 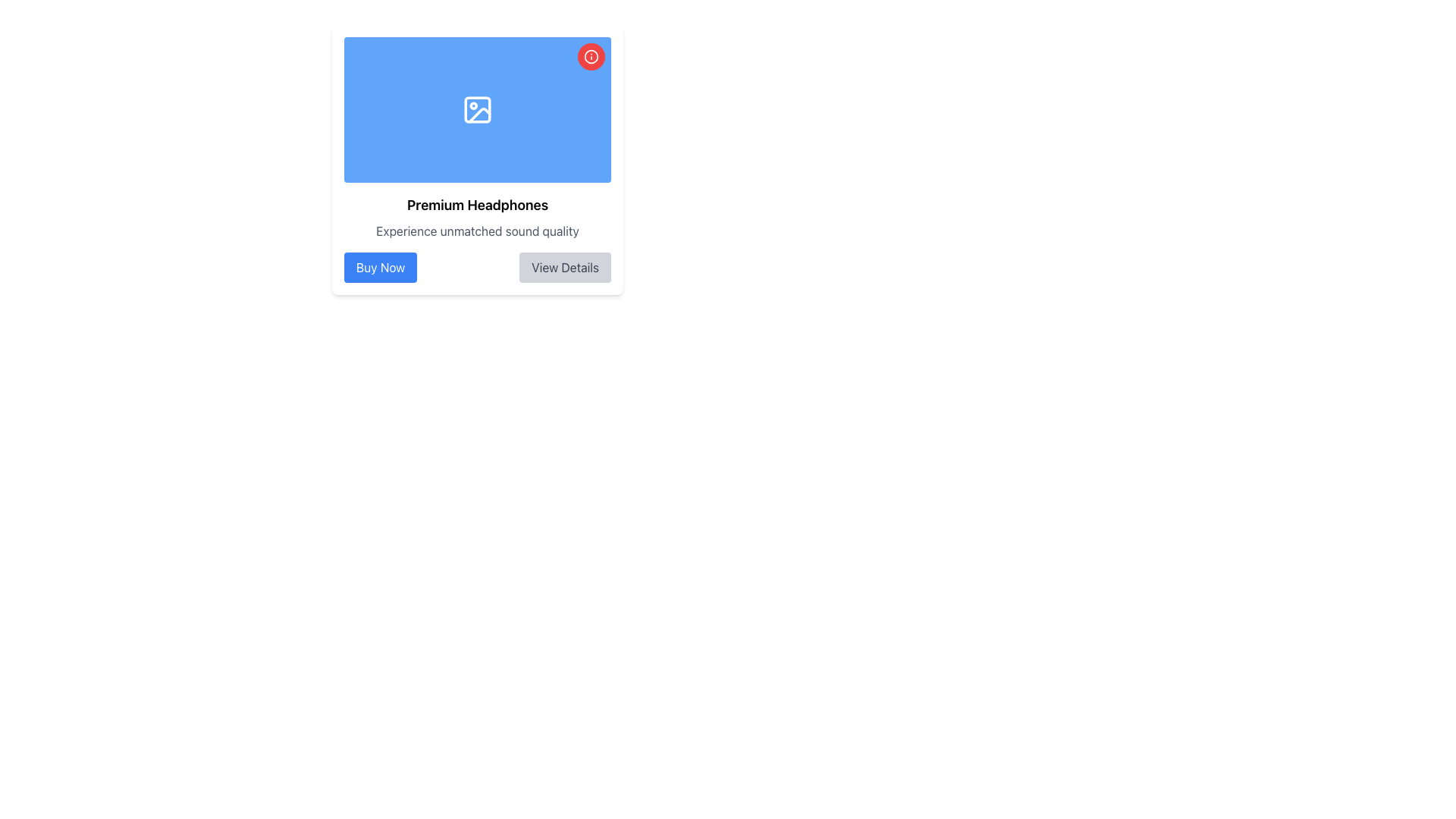 I want to click on the red circular button containing the information symbol located at the top-right corner of the blue image section in the card layout, above the text 'Premium Headphones.', so click(x=590, y=55).